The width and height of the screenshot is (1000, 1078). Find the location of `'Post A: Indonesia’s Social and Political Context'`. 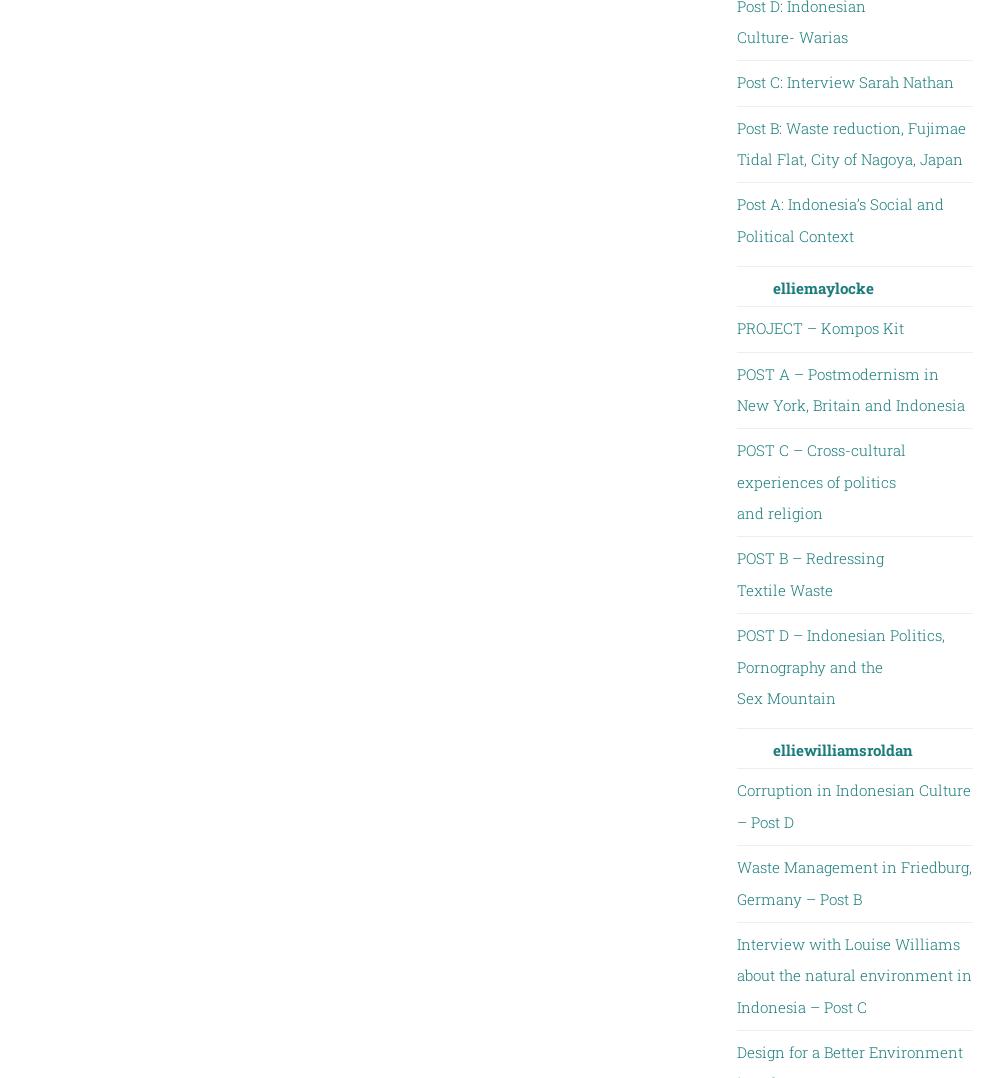

'Post A: Indonesia’s Social and Political Context' is located at coordinates (735, 219).